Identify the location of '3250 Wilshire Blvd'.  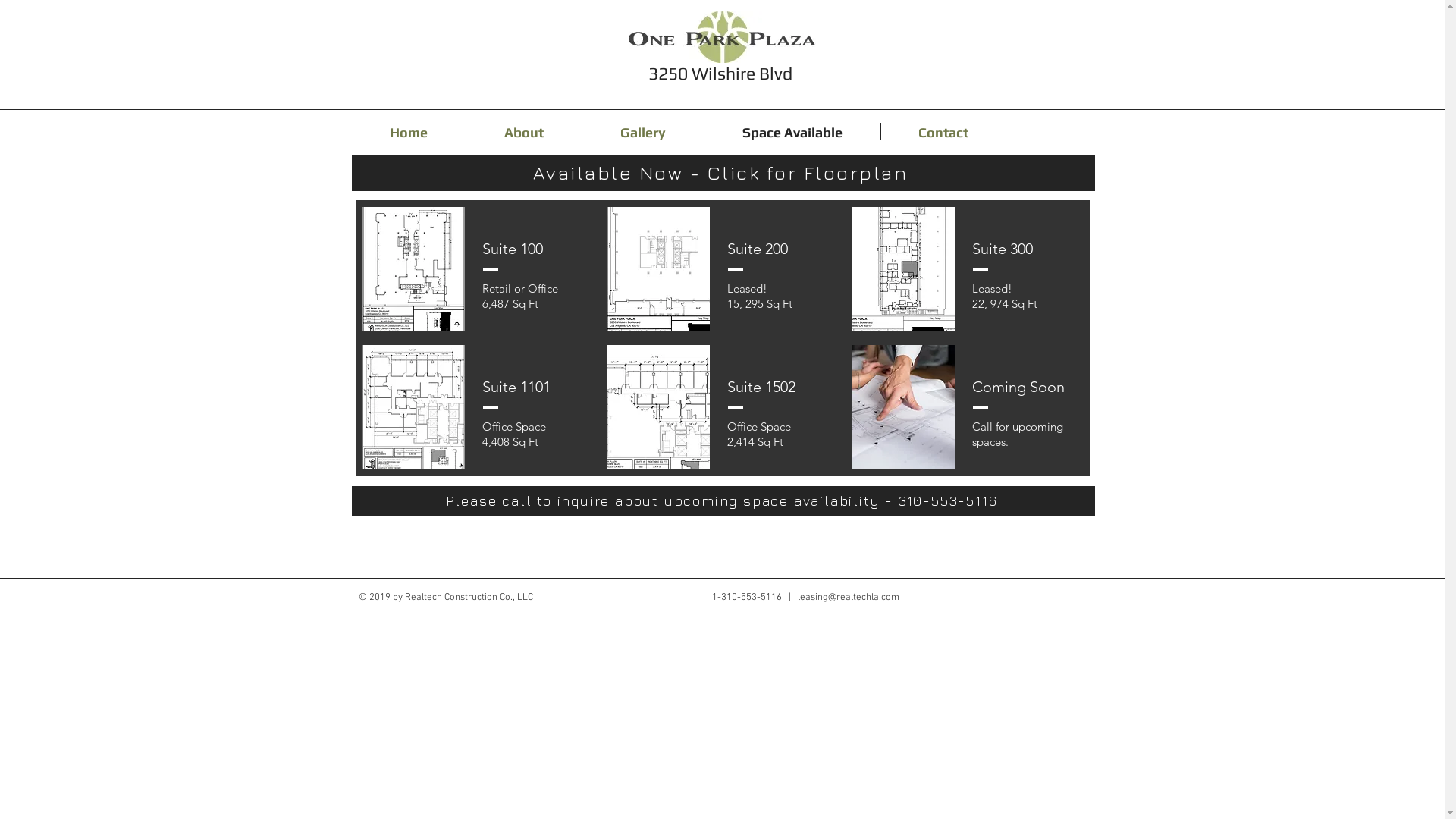
(720, 73).